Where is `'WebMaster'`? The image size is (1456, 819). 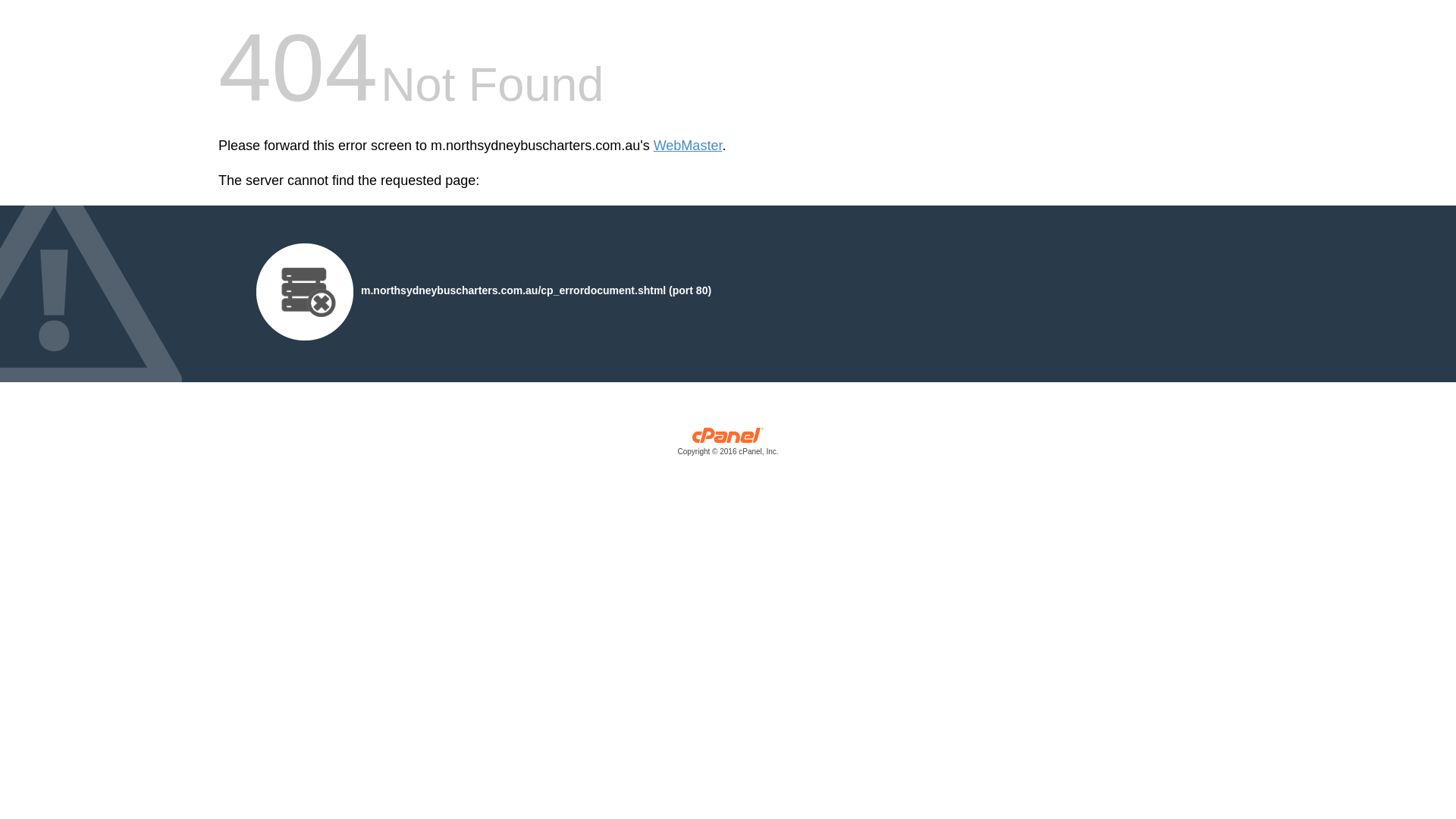
'WebMaster' is located at coordinates (687, 146).